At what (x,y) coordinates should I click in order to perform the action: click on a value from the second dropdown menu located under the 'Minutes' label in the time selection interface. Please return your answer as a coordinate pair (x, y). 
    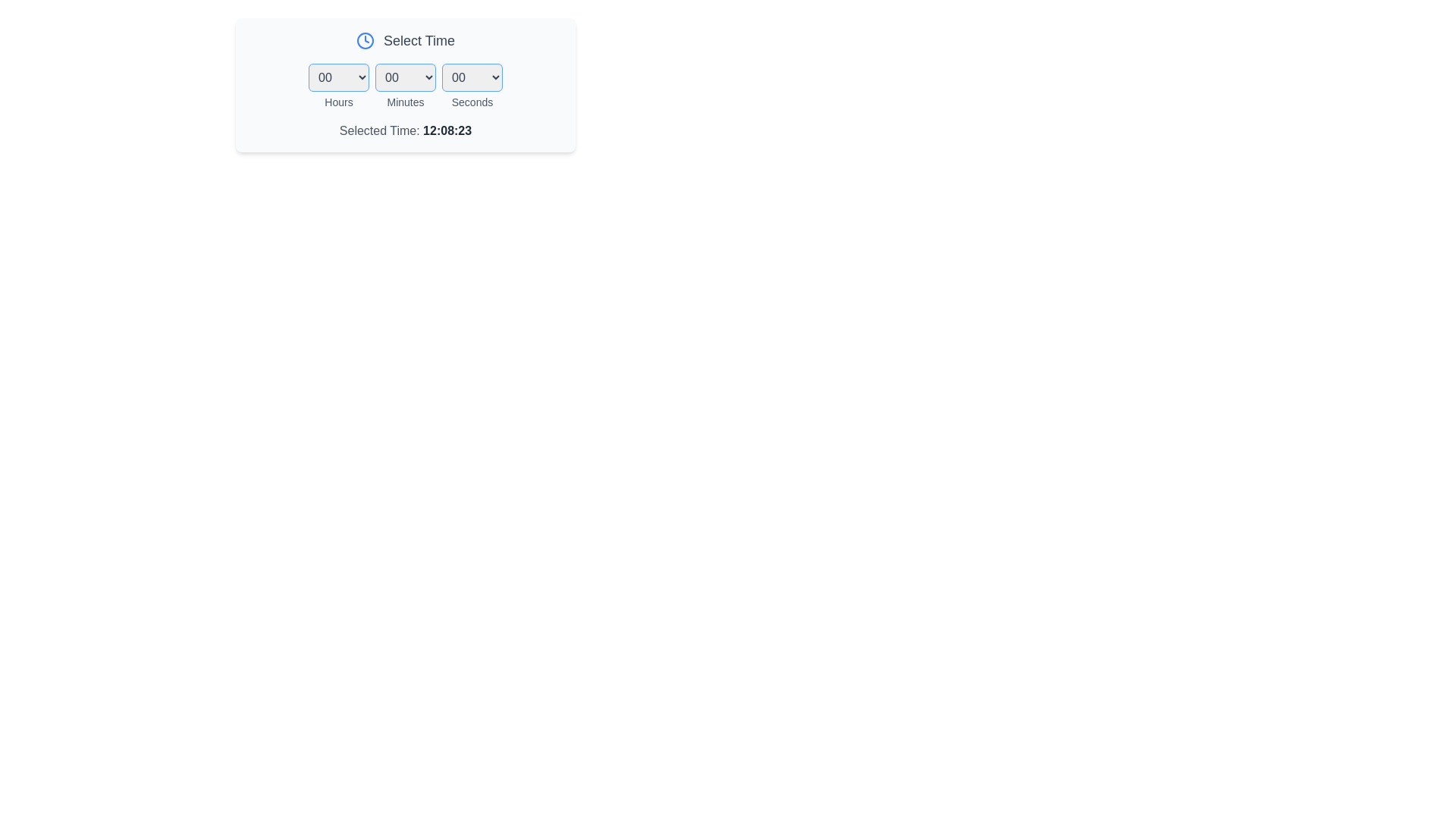
    Looking at the image, I should click on (405, 86).